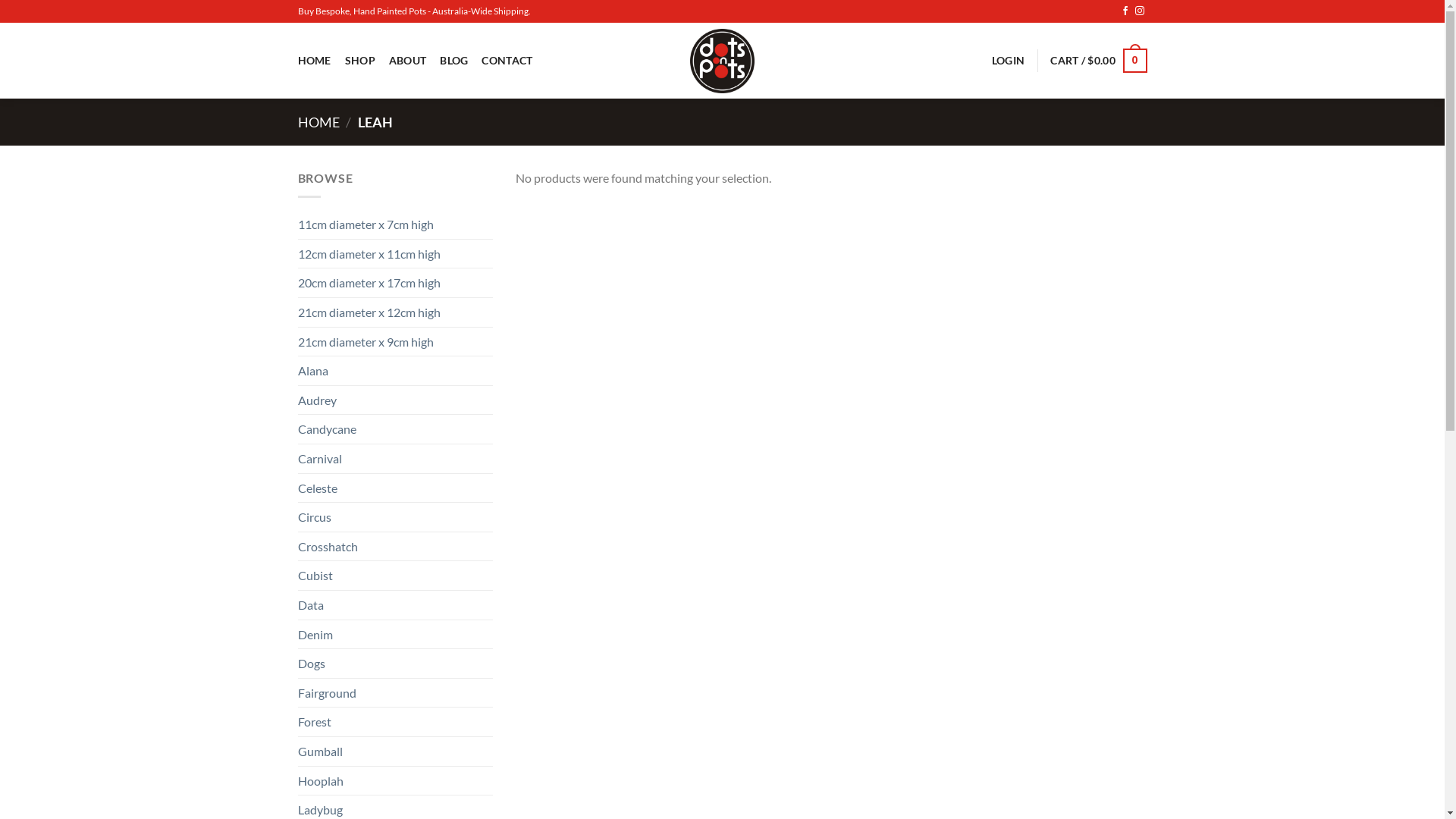 This screenshot has width=1456, height=819. I want to click on '21cm diameter x 9cm high', so click(297, 342).